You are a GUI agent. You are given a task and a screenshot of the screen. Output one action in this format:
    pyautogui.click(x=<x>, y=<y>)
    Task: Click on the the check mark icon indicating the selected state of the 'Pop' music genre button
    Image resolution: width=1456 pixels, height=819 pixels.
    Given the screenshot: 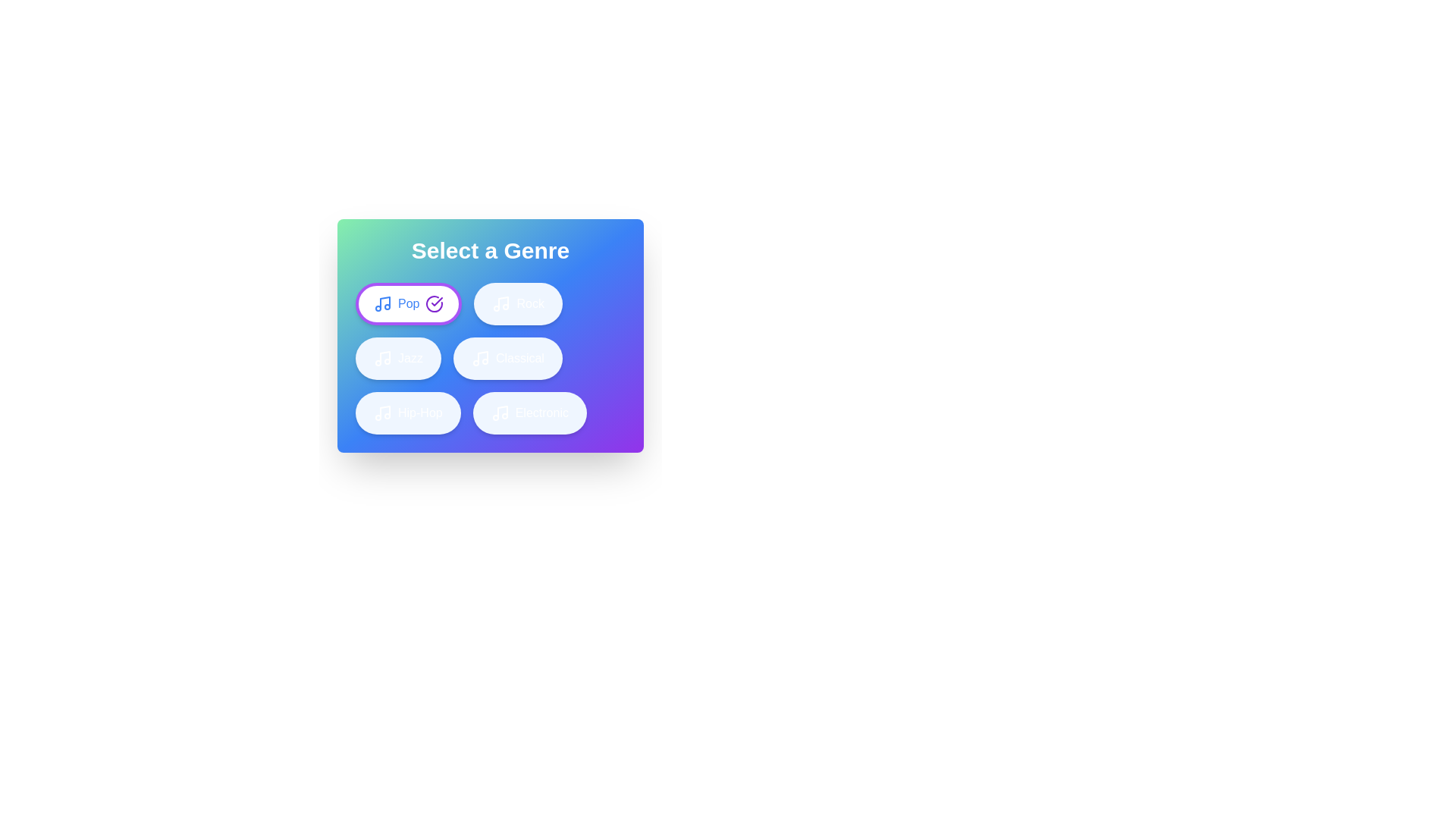 What is the action you would take?
    pyautogui.click(x=436, y=301)
    